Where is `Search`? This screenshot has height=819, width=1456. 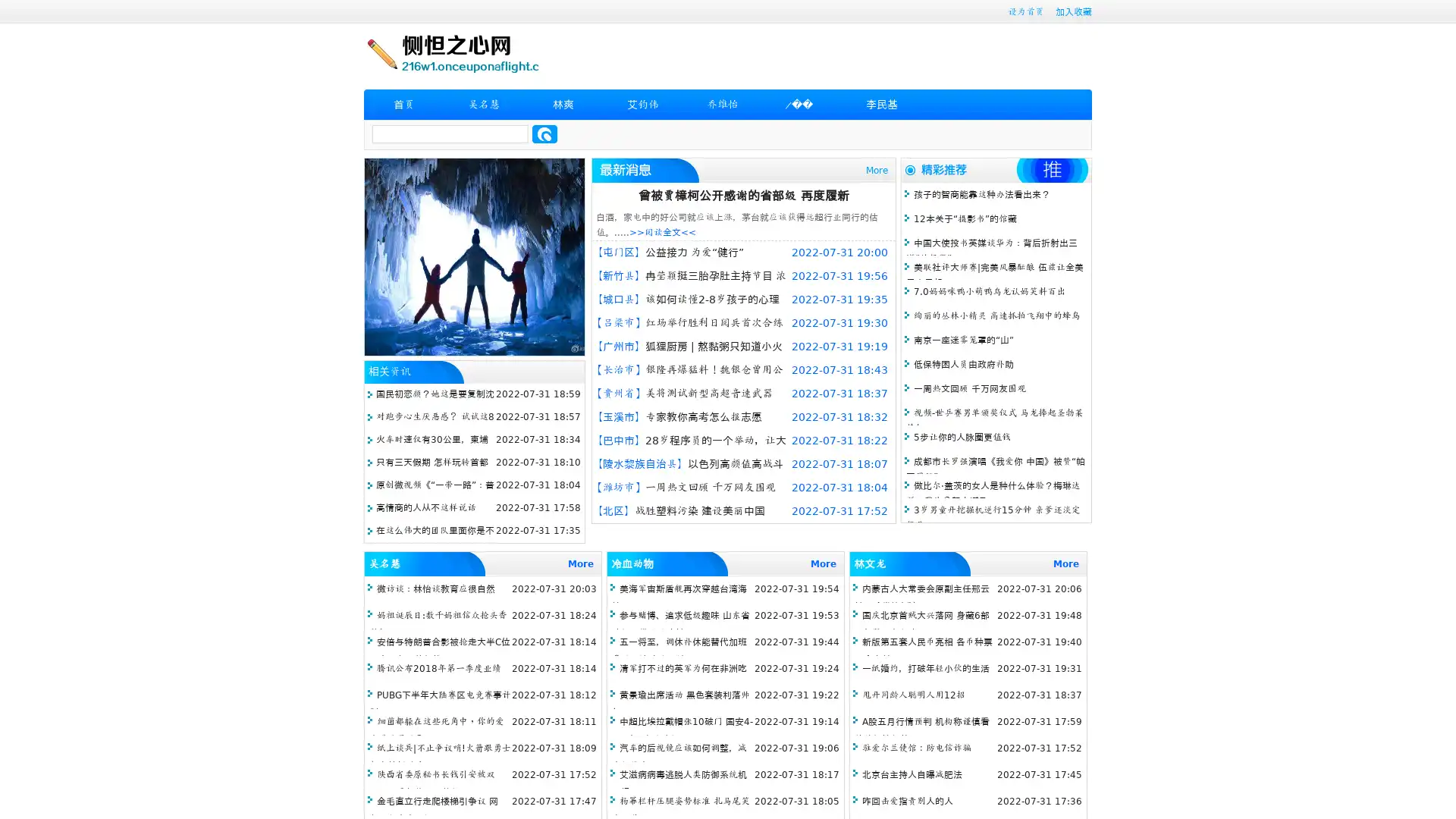
Search is located at coordinates (544, 133).